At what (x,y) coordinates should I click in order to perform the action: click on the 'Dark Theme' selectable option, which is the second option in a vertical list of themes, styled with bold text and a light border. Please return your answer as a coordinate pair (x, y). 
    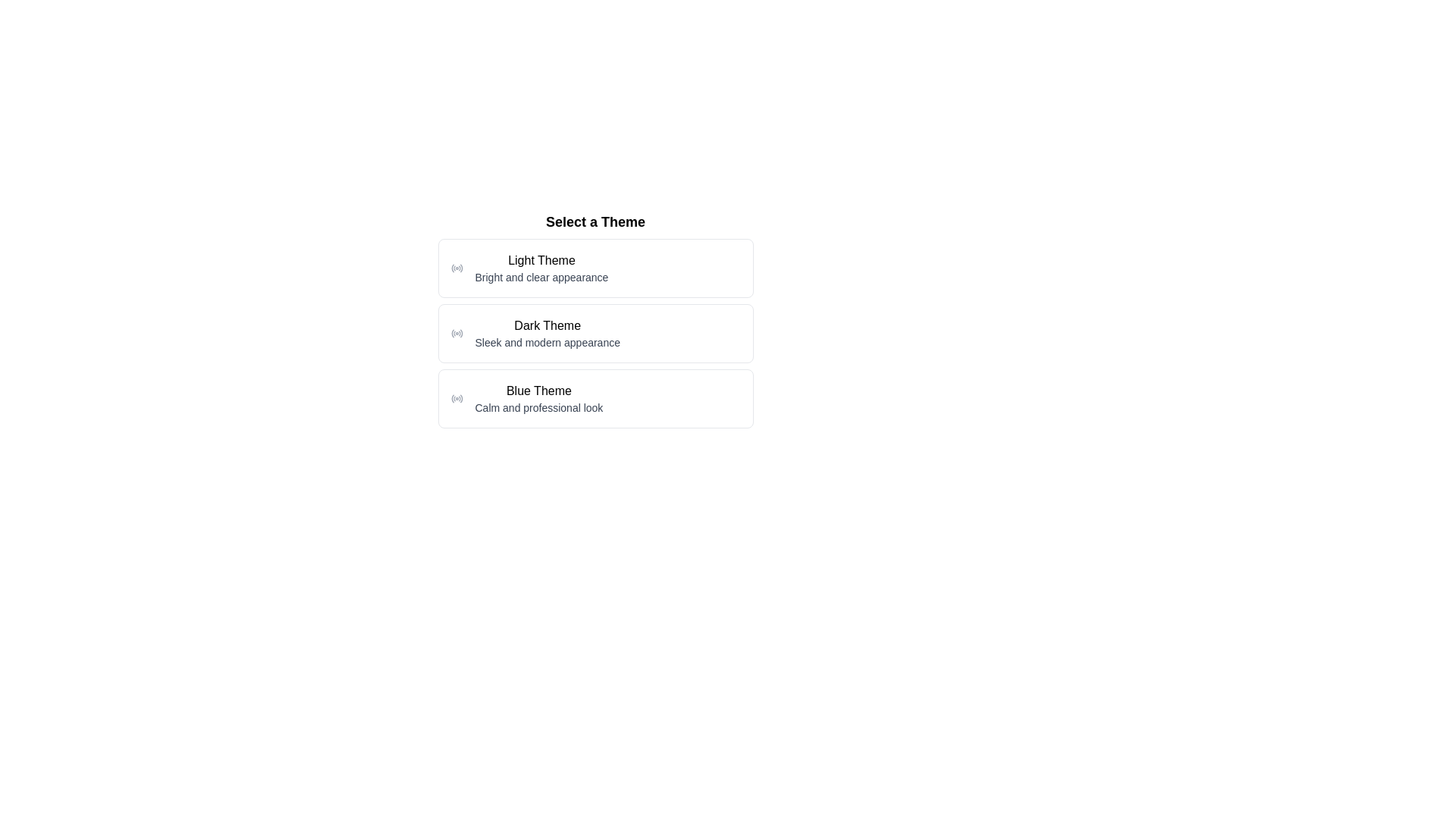
    Looking at the image, I should click on (595, 332).